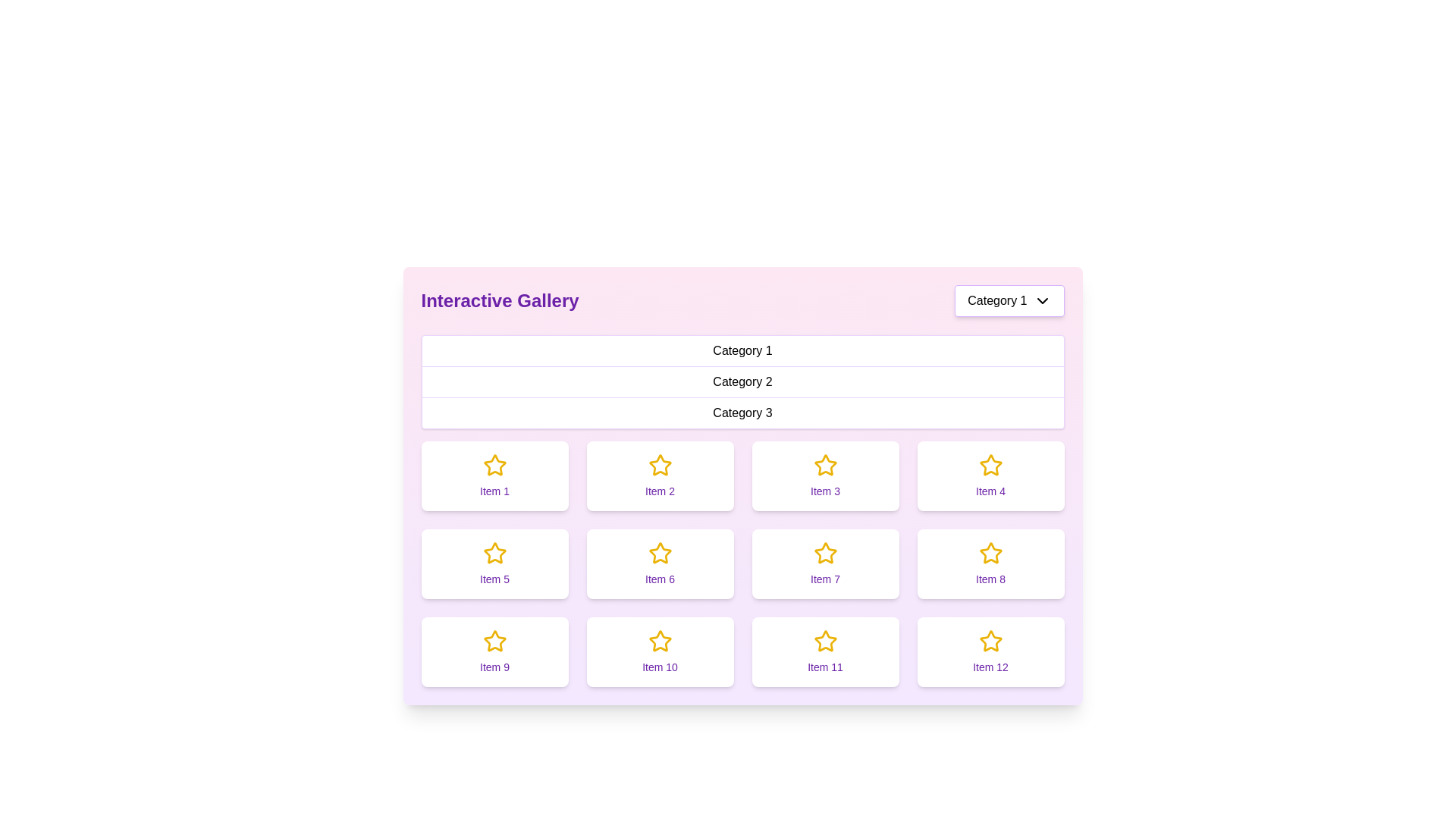 The image size is (1456, 819). What do you see at coordinates (660, 553) in the screenshot?
I see `the sixth star icon, which is a yellow star outline with a white interior, located in the second row, second column of the grid, to interact with it` at bounding box center [660, 553].